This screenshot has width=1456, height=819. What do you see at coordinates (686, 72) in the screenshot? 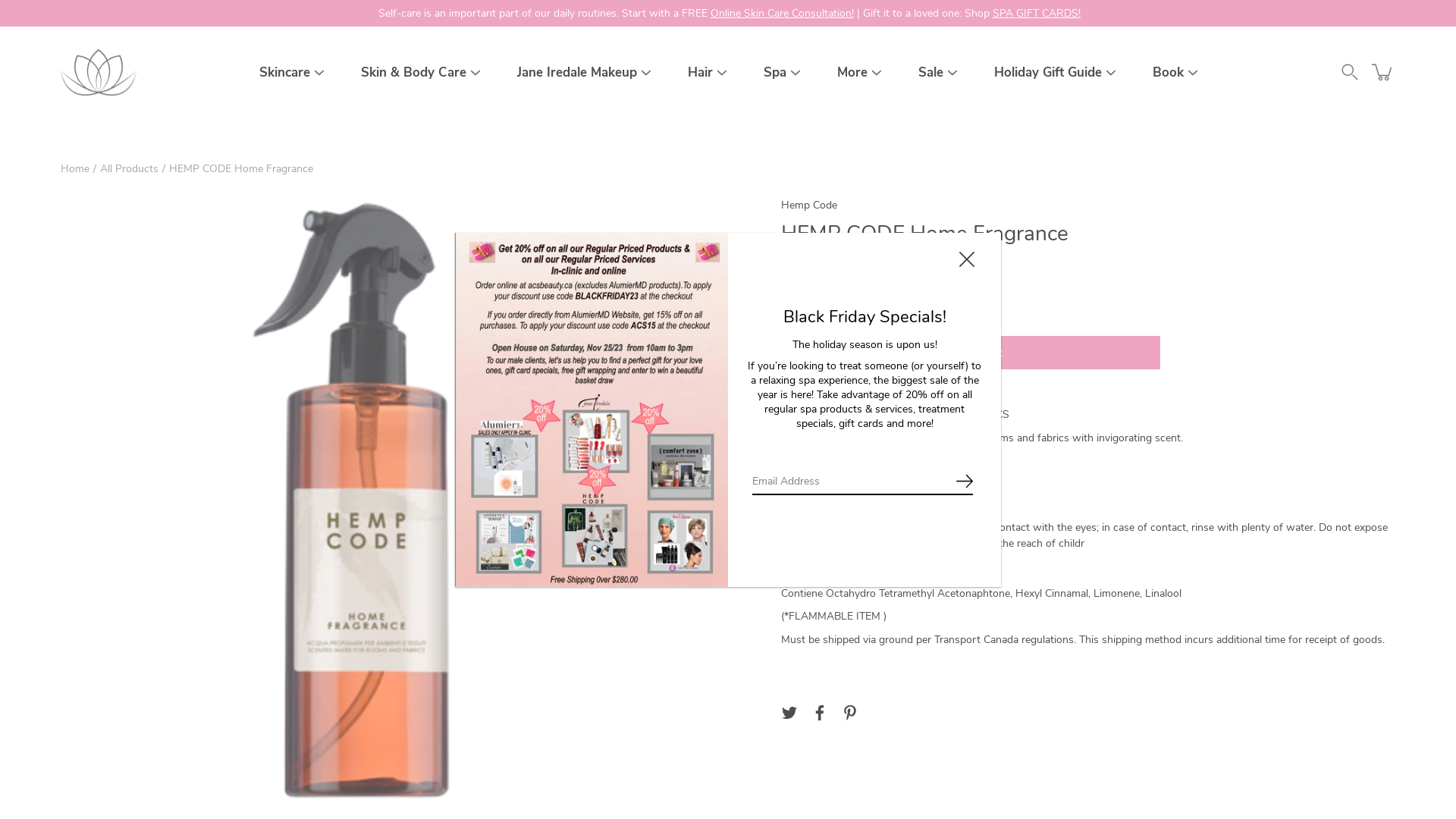
I see `'Hair'` at bounding box center [686, 72].